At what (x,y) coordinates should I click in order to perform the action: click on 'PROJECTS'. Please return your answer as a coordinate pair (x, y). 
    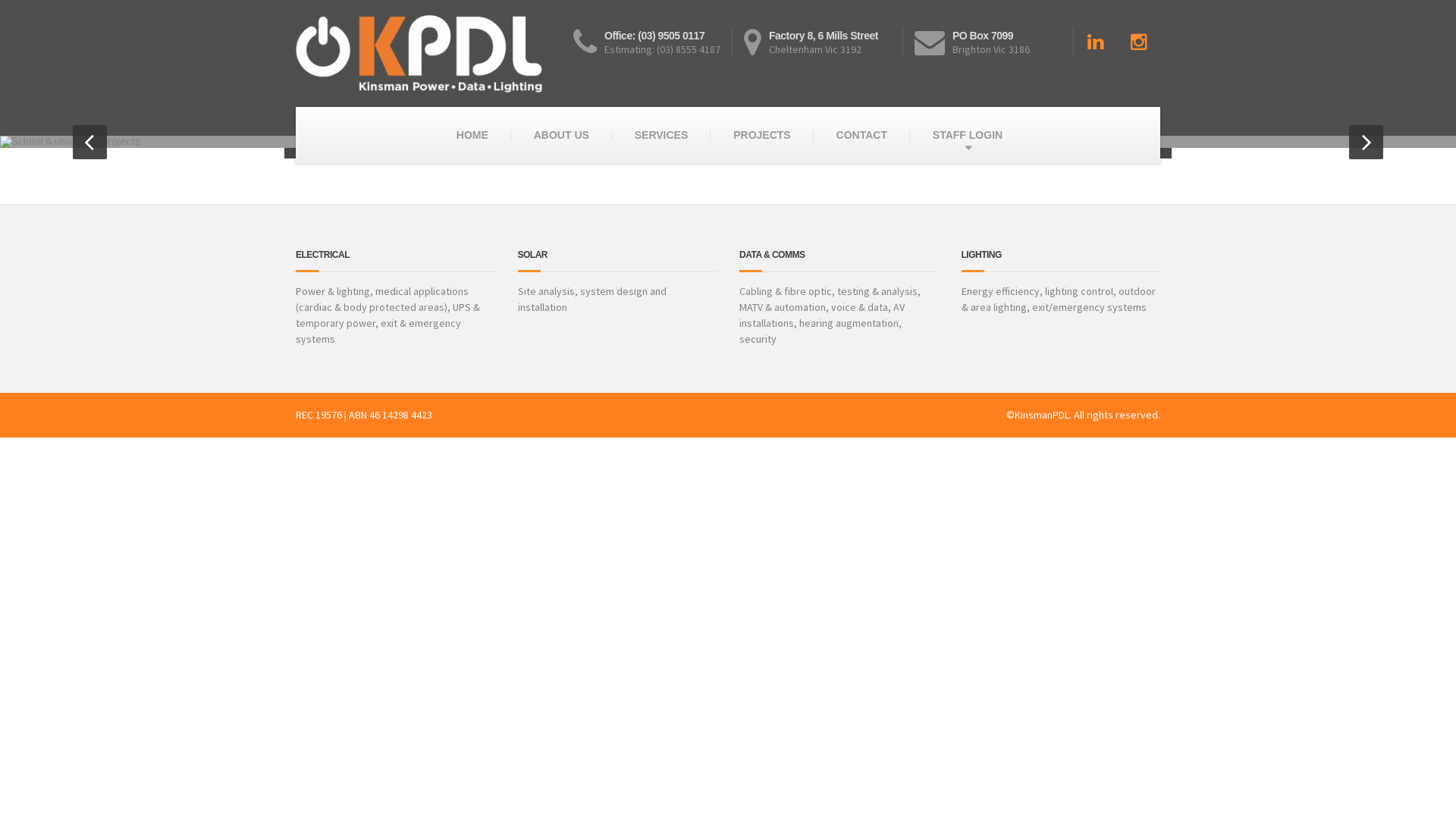
    Looking at the image, I should click on (761, 134).